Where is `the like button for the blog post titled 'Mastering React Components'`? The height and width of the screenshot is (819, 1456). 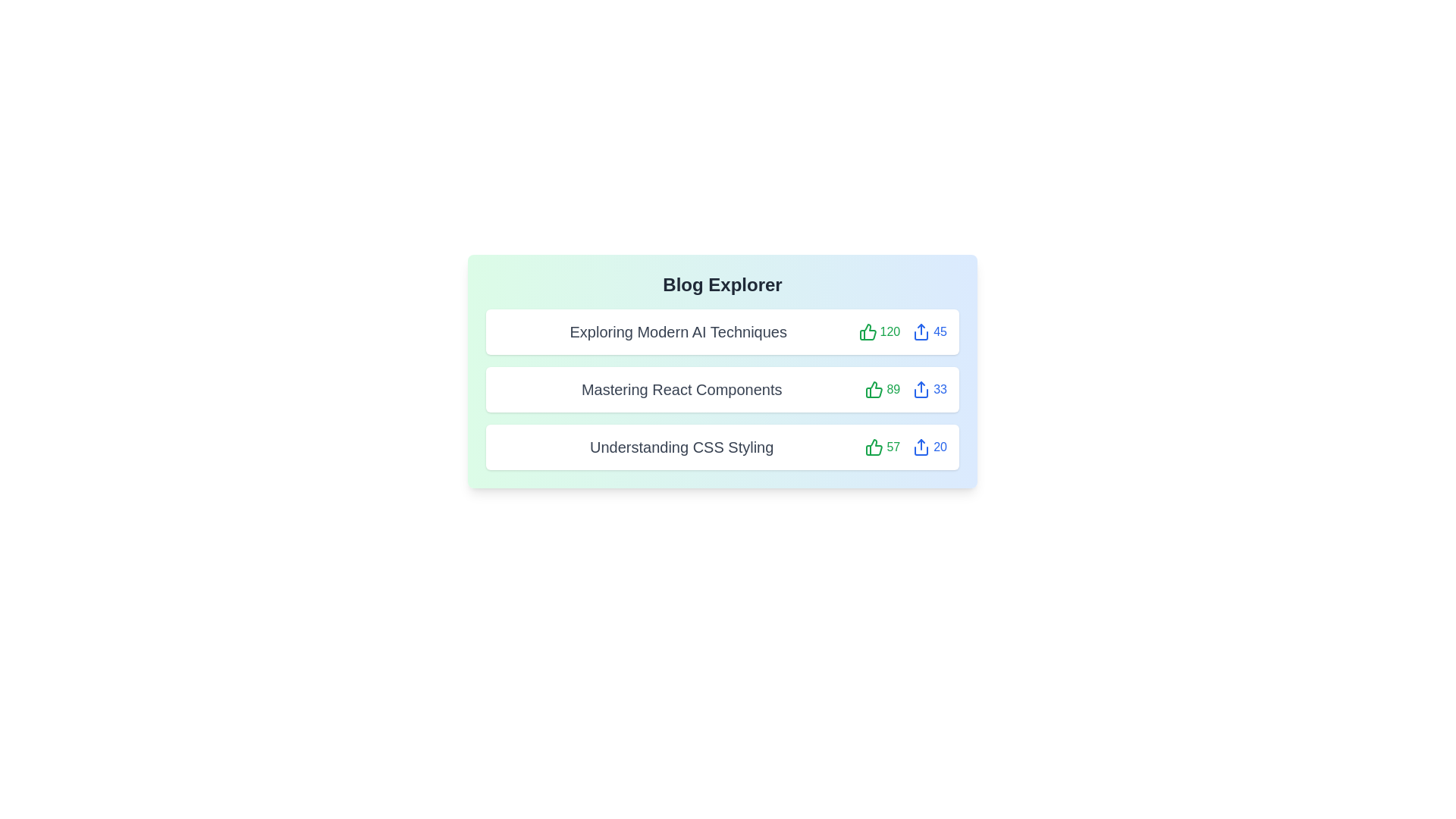
the like button for the blog post titled 'Mastering React Components' is located at coordinates (883, 388).